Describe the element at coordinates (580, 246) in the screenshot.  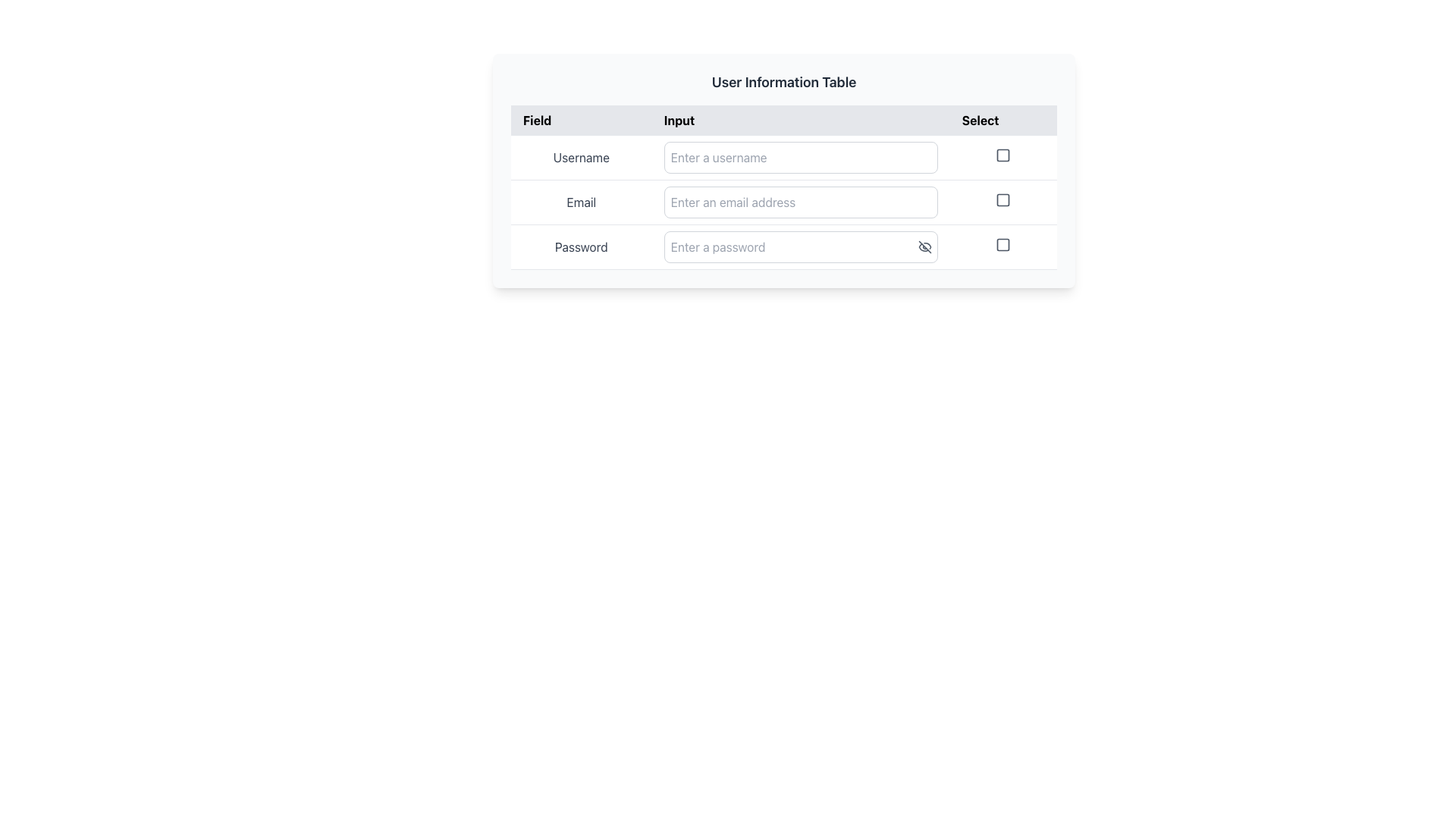
I see `the 'Password' text label within the 'User Information Table' under the 'Field' column` at that location.